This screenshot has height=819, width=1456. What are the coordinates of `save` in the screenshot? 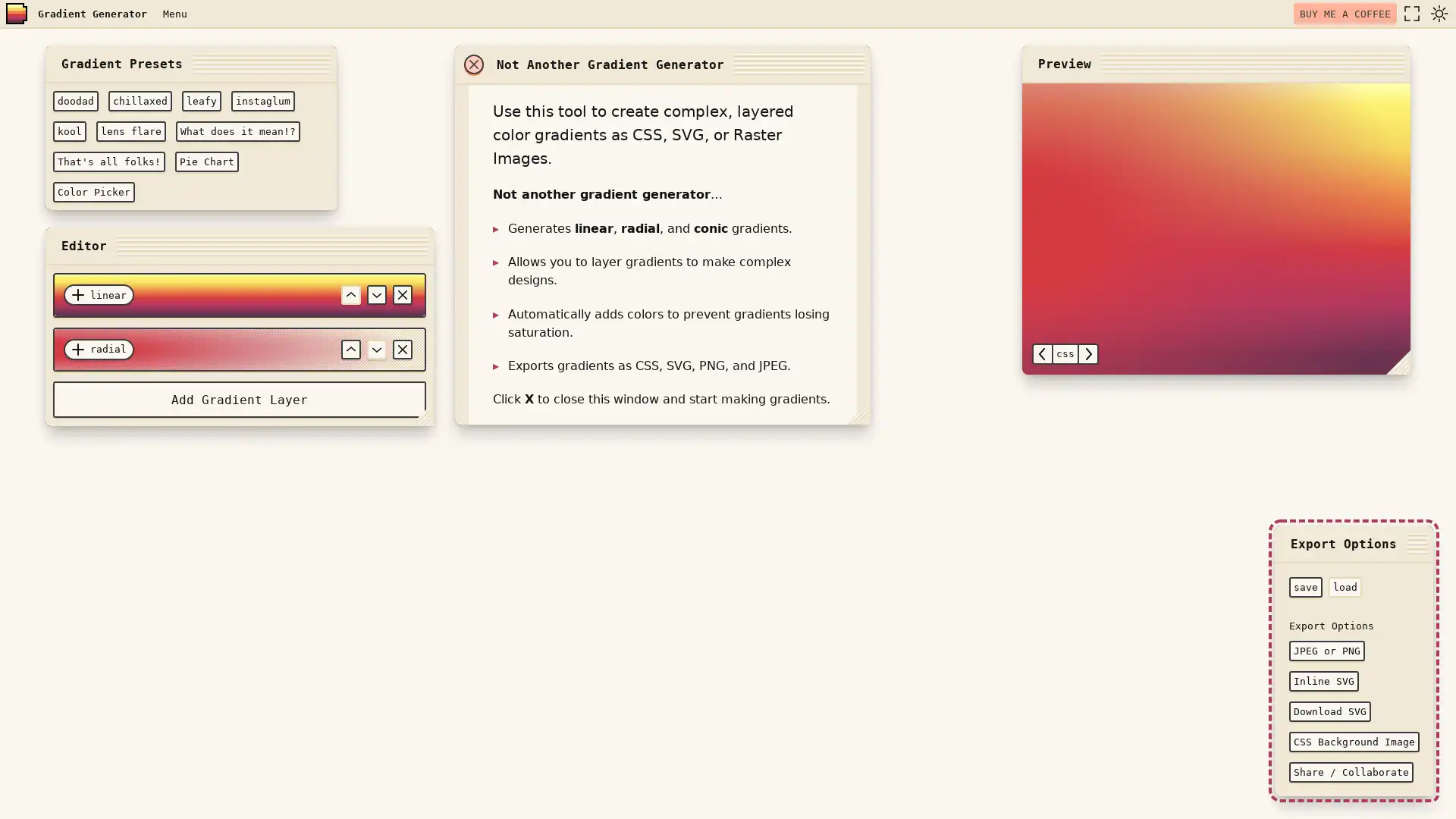 It's located at (1304, 586).